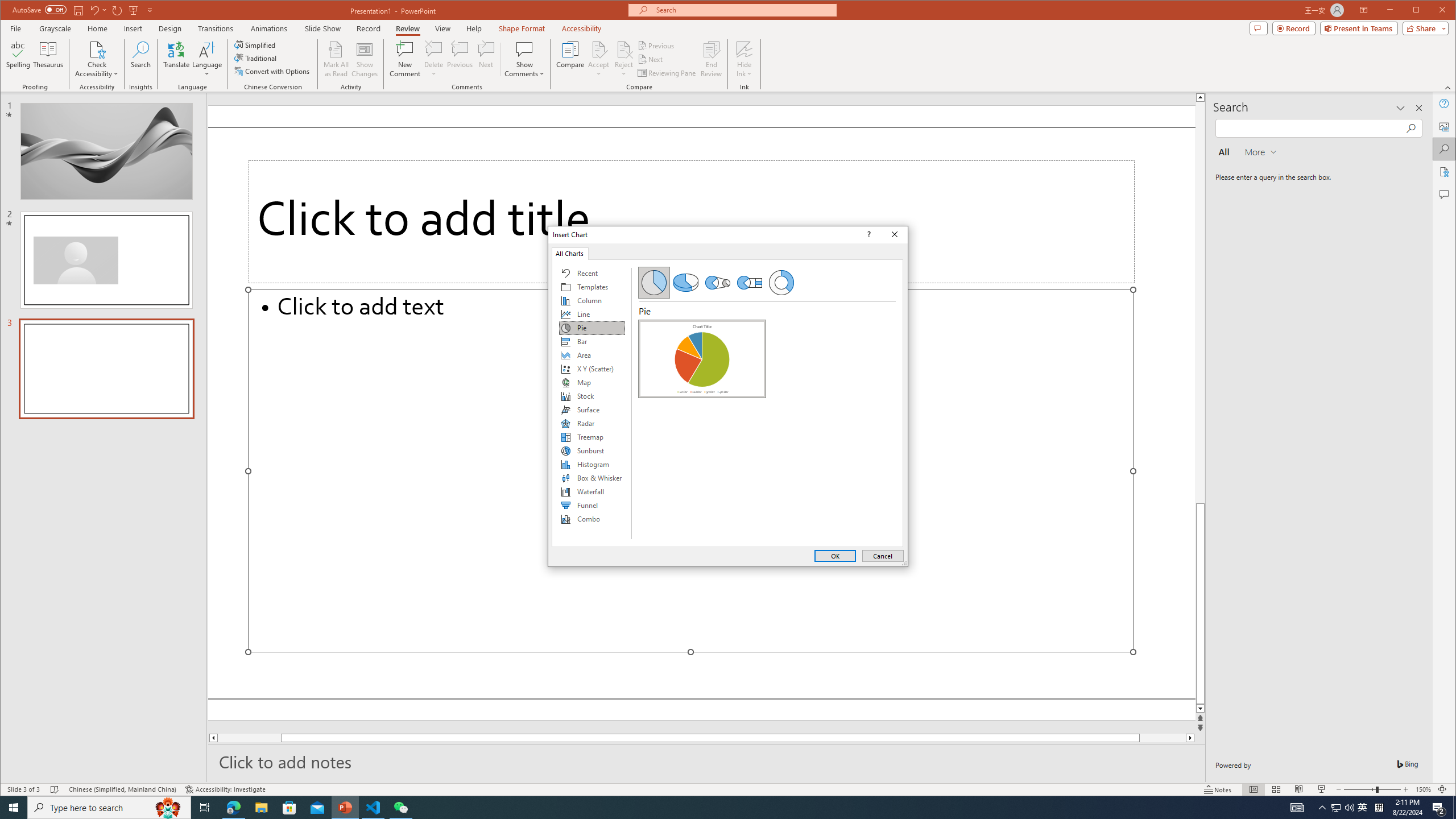  Describe the element at coordinates (591, 355) in the screenshot. I see `'Area'` at that location.